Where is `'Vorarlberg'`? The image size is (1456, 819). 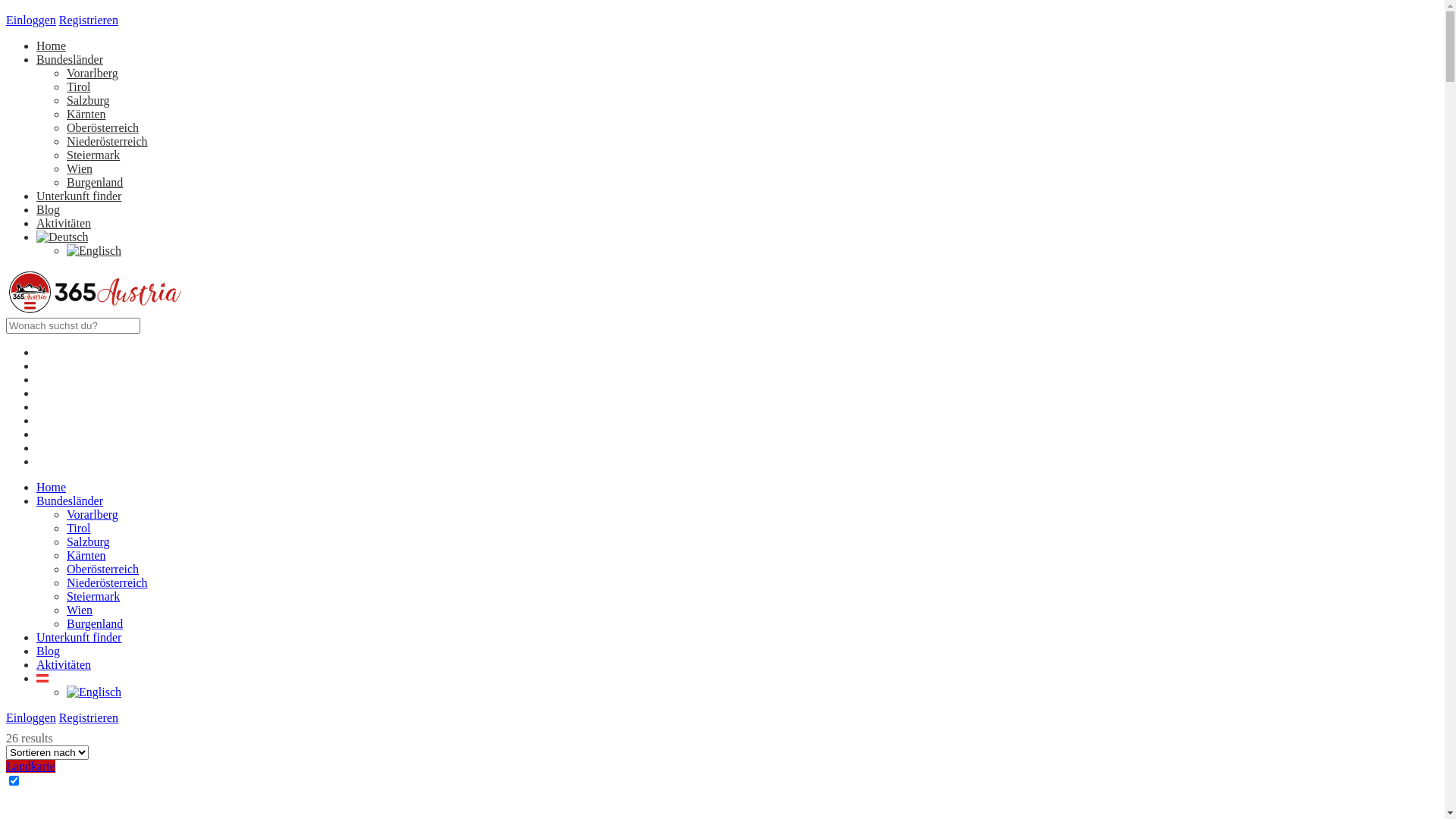
'Vorarlberg' is located at coordinates (91, 73).